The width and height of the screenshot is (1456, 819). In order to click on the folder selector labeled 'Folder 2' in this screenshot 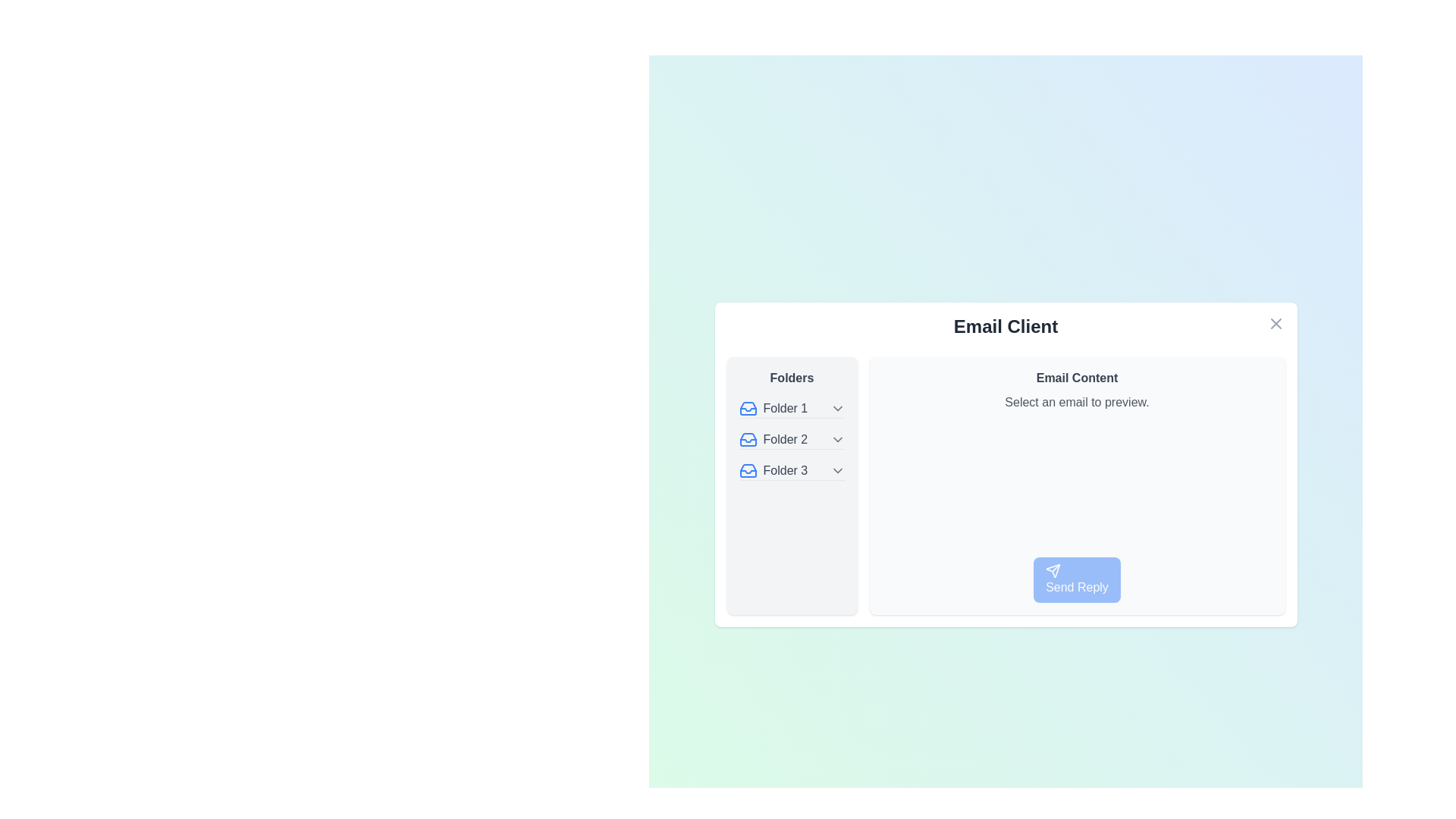, I will do `click(773, 439)`.